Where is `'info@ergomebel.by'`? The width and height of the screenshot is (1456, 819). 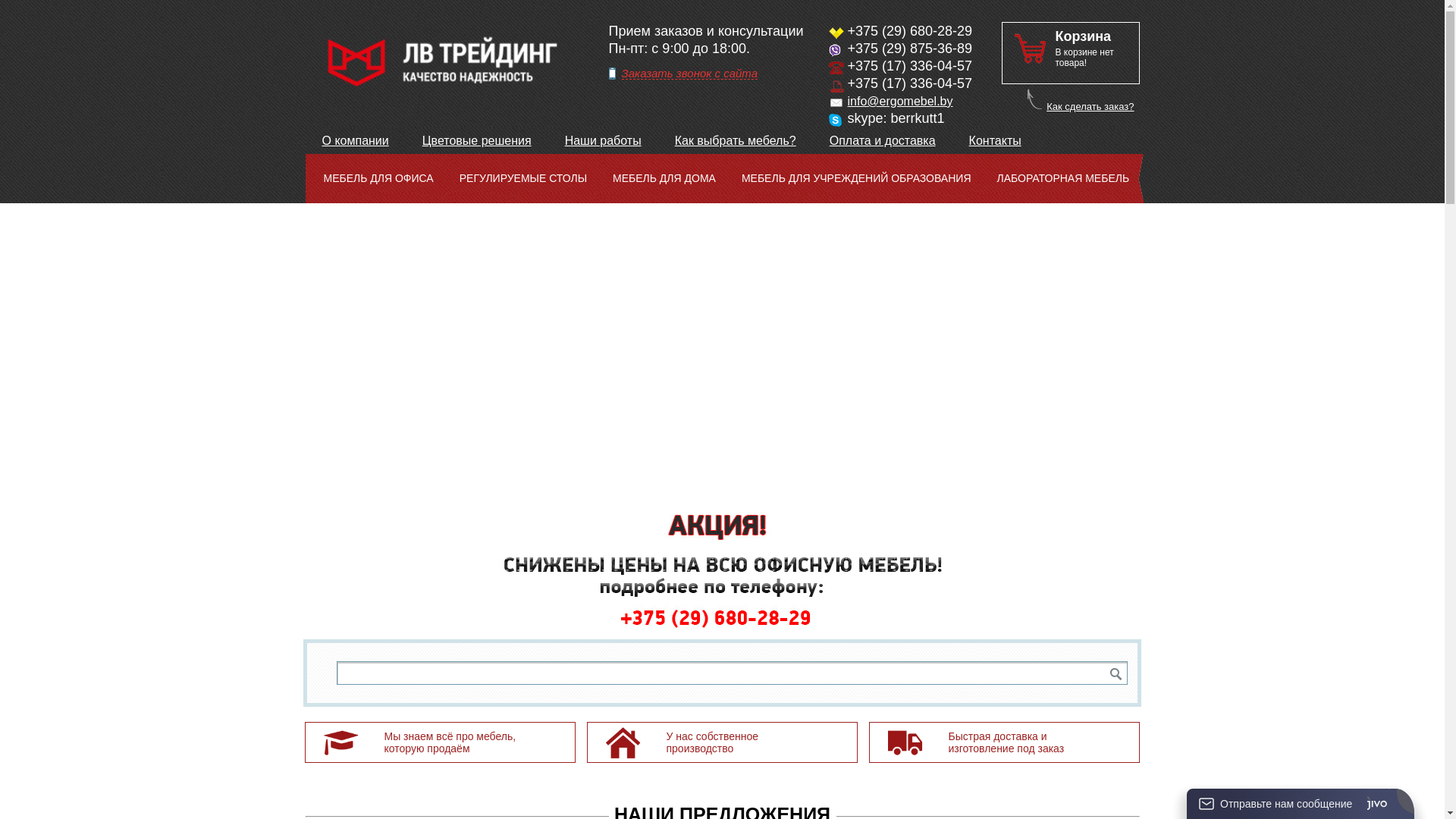
'info@ergomebel.by' is located at coordinates (847, 101).